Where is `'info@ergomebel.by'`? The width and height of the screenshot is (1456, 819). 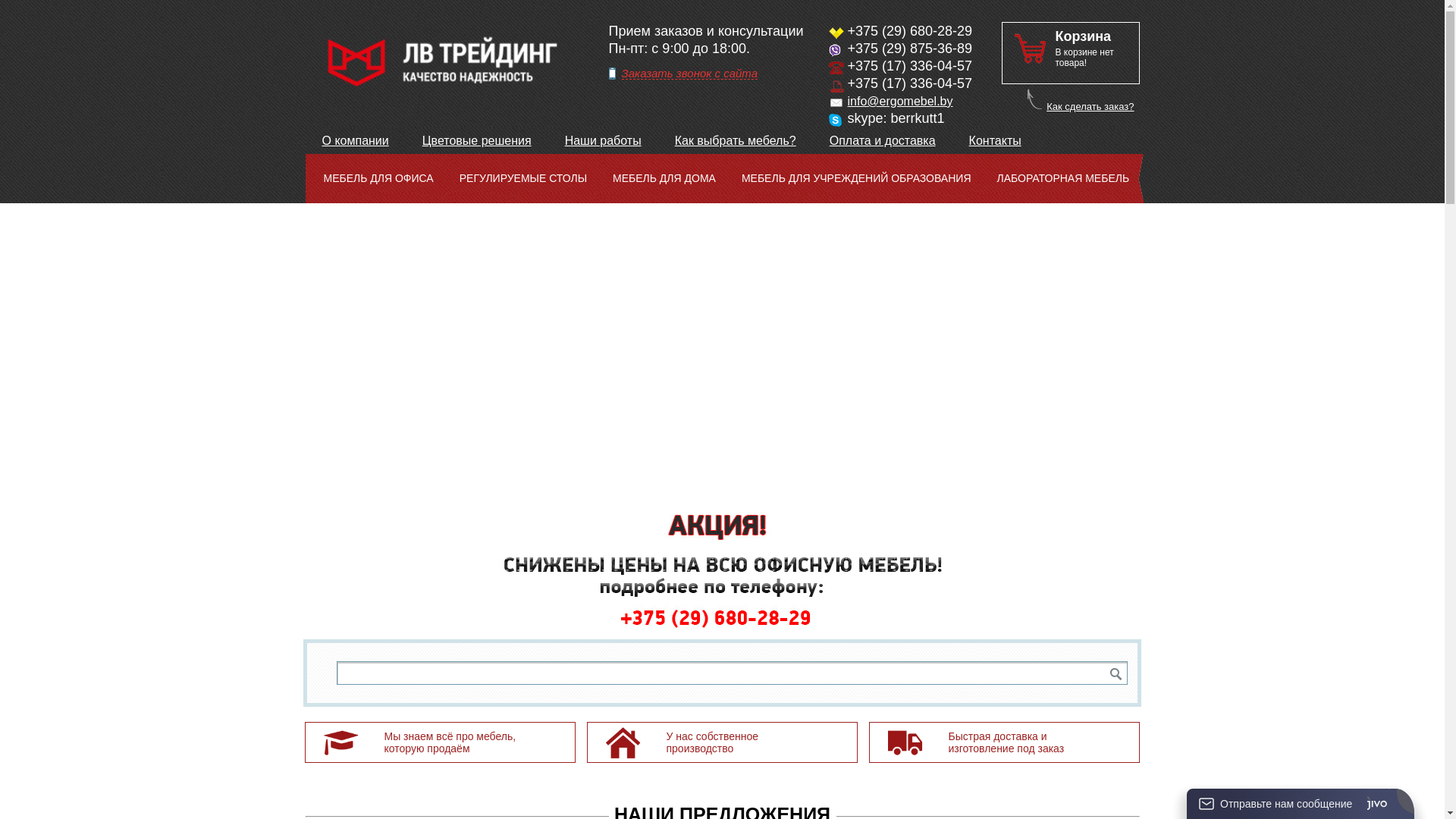
'info@ergomebel.by' is located at coordinates (847, 101).